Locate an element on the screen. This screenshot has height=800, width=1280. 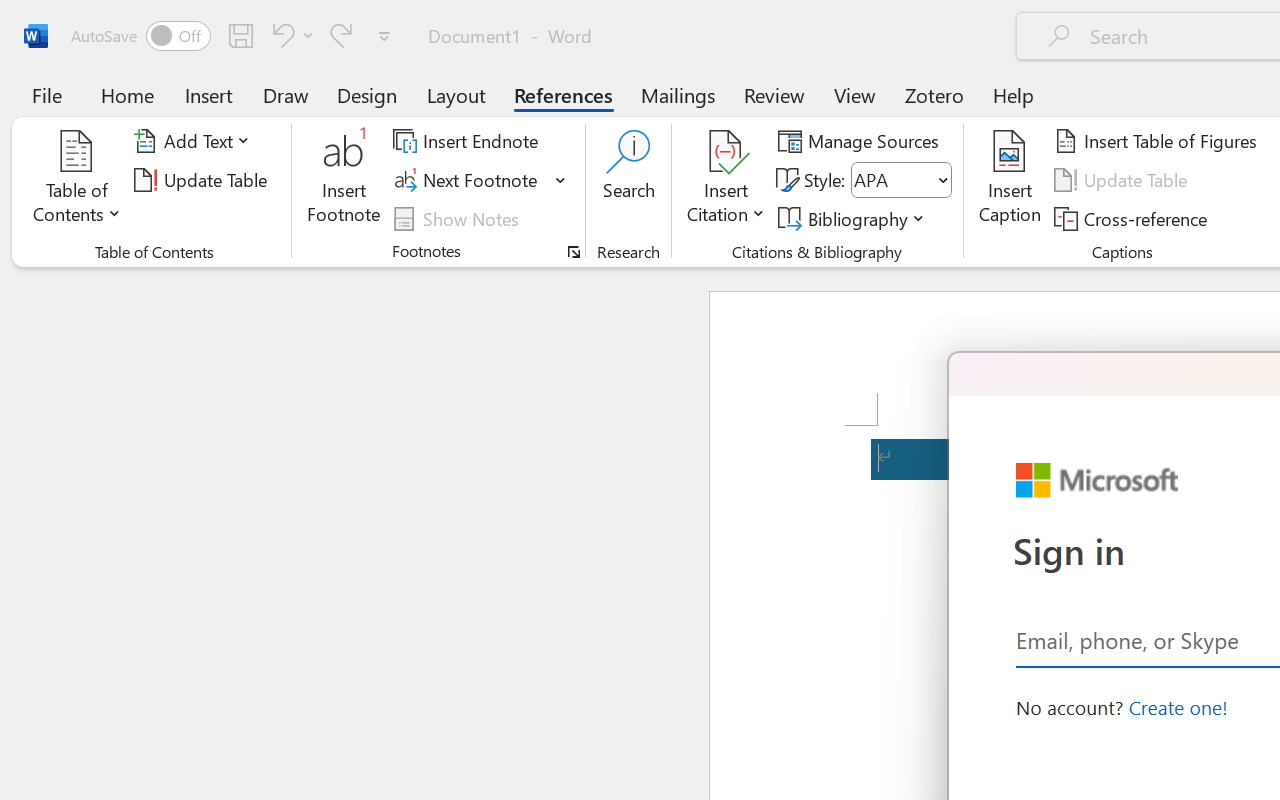
'Undo Apply Quick Style Set' is located at coordinates (279, 34).